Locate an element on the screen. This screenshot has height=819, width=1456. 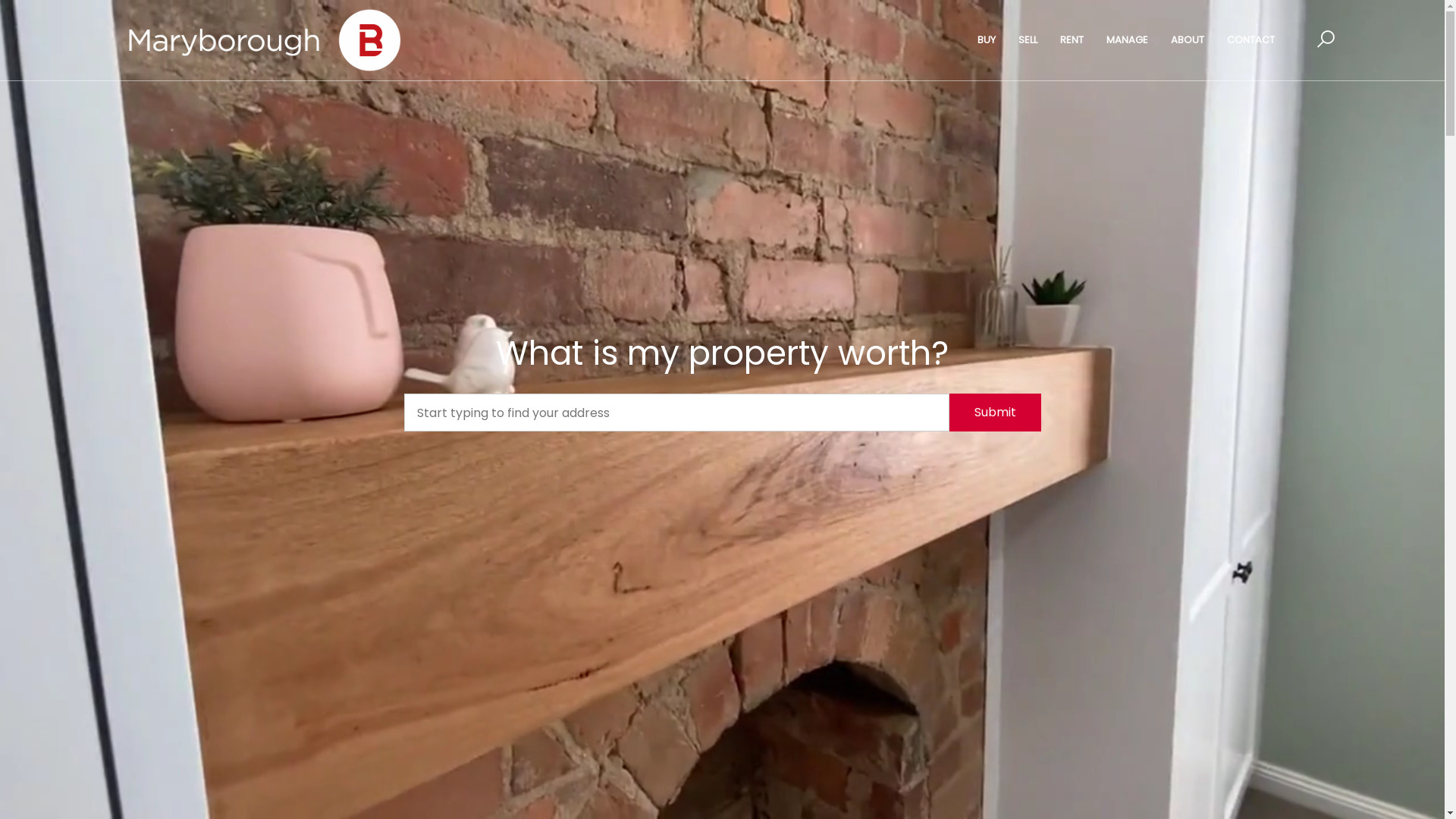
'BUY' is located at coordinates (986, 39).